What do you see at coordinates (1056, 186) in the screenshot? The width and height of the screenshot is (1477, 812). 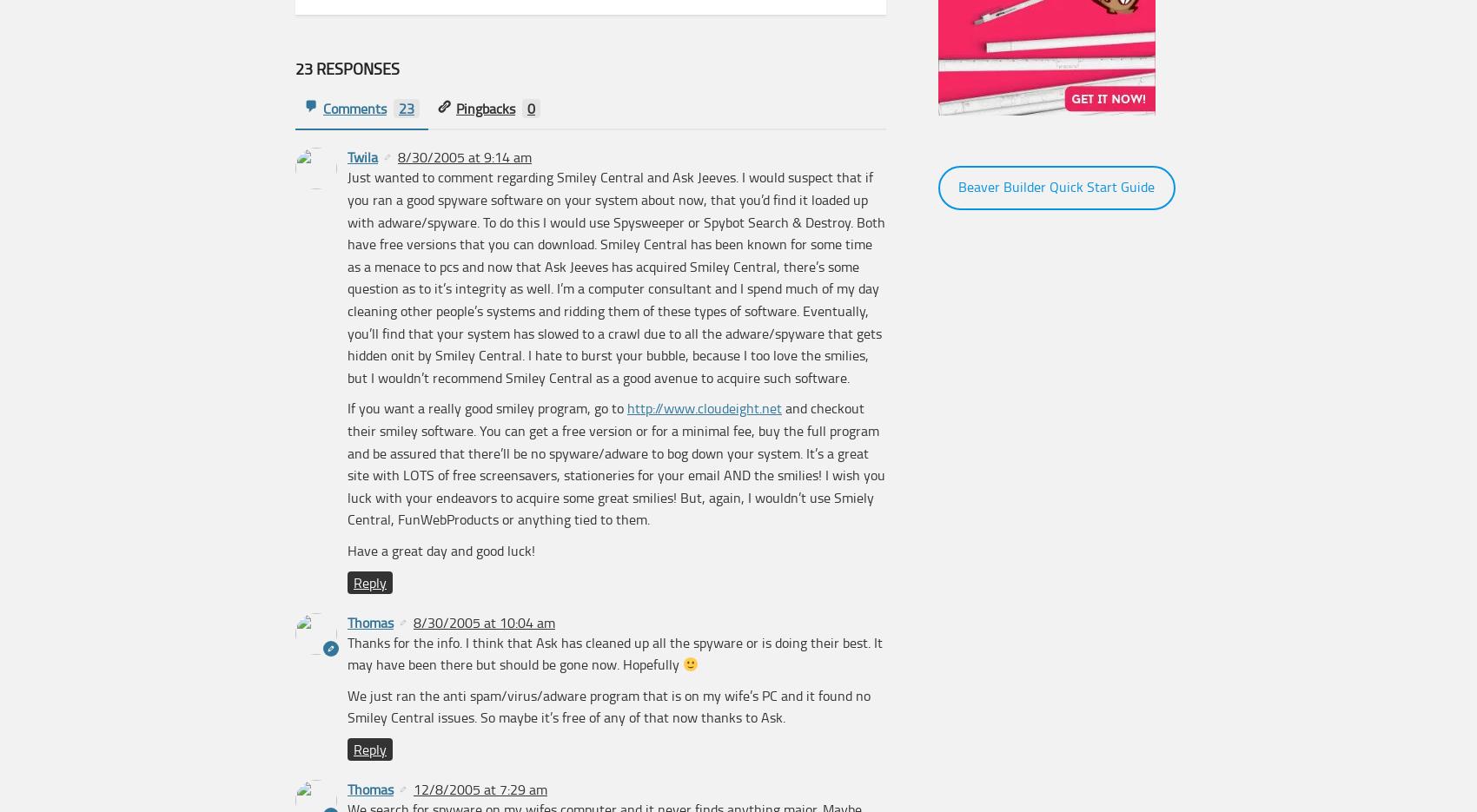 I see `'Beaver Builder Quick Start Guide'` at bounding box center [1056, 186].